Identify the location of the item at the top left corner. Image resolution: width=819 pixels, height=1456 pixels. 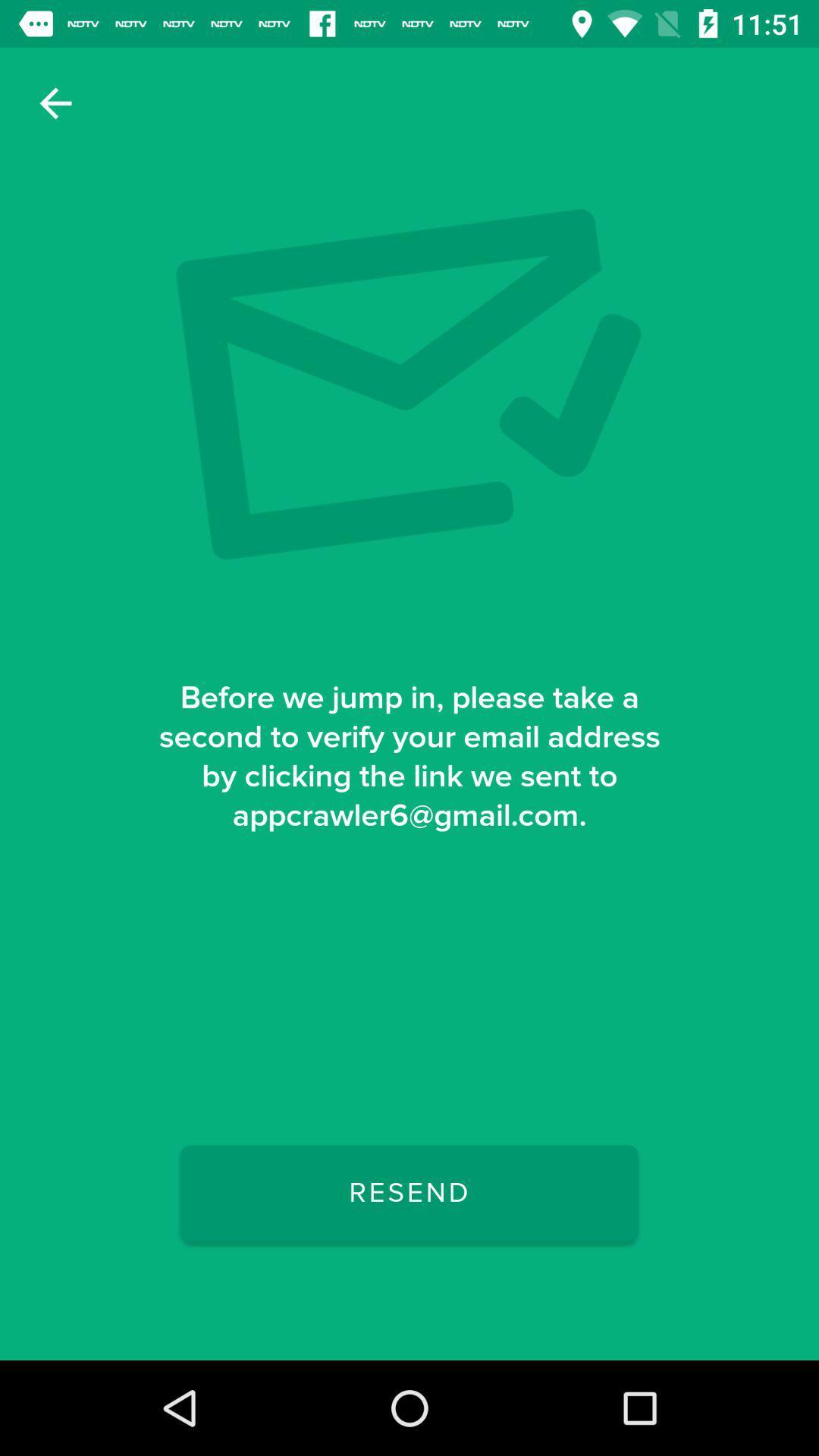
(55, 102).